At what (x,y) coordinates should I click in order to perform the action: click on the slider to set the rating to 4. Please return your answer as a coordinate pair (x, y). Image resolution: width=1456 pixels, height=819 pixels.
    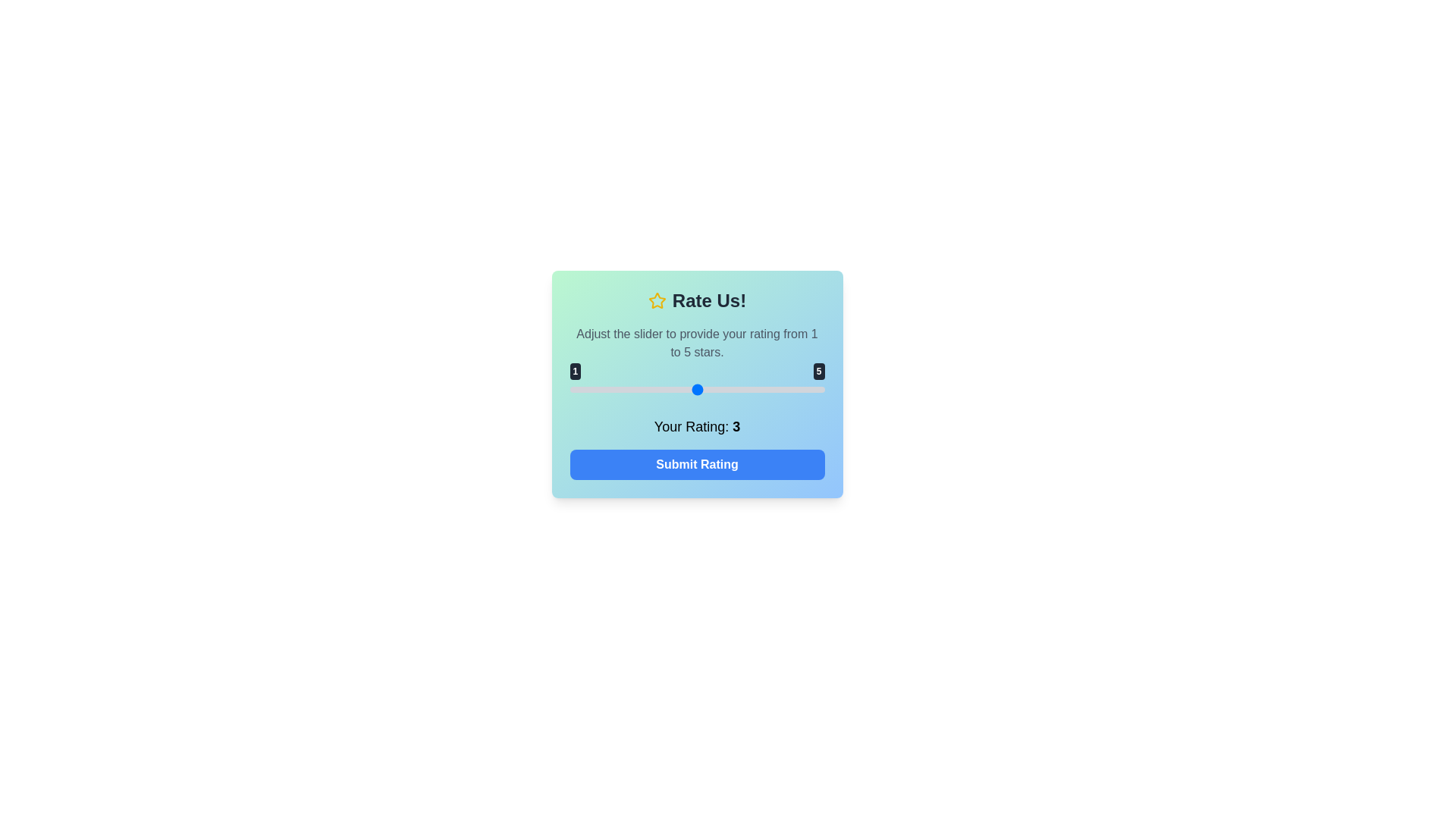
    Looking at the image, I should click on (761, 388).